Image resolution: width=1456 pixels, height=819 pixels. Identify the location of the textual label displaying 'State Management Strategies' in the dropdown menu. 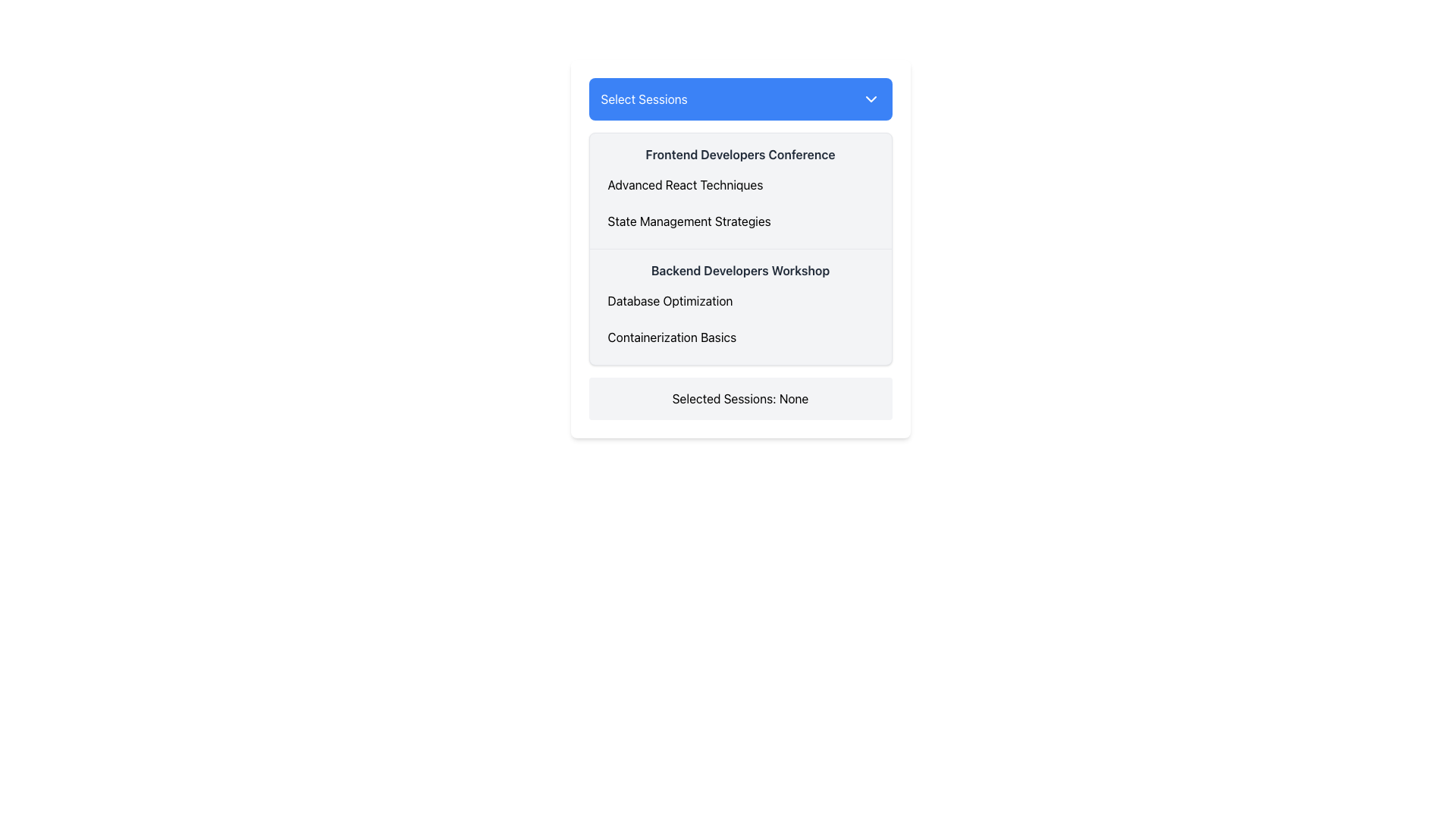
(689, 221).